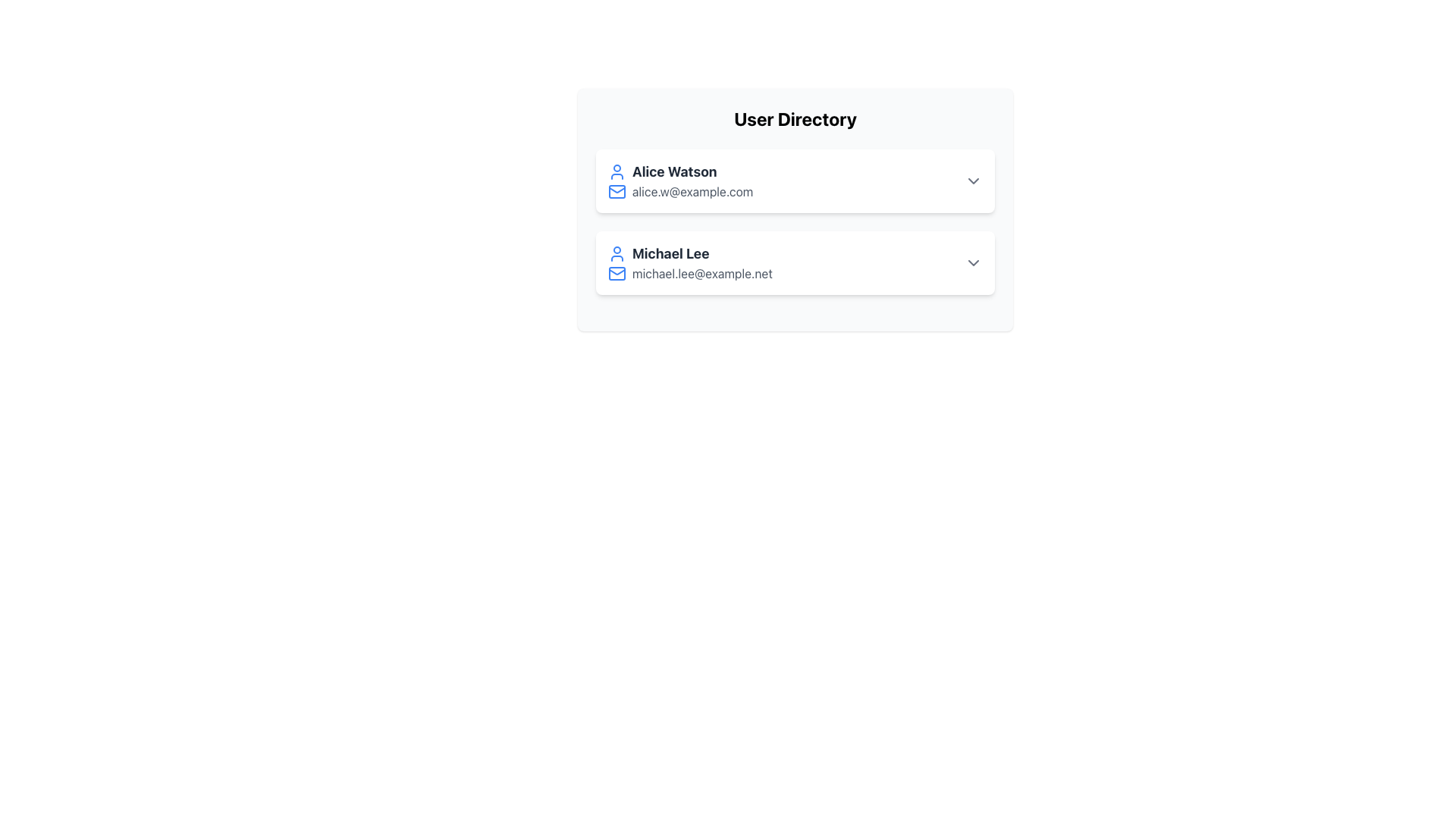  I want to click on the email icon located to the left of the text 'michael.lee@example.net' in the second entry of the user directory, so click(617, 274).